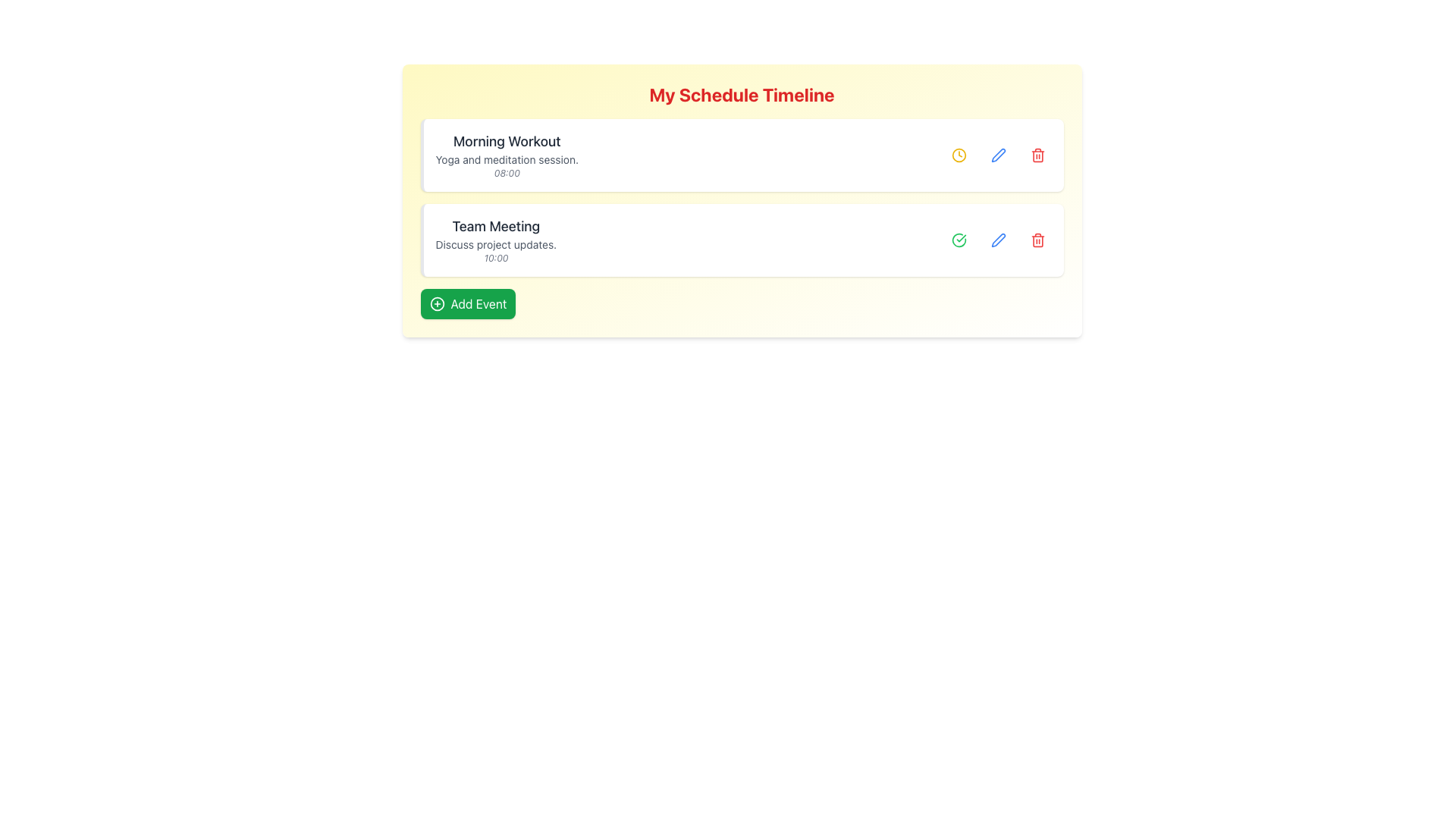 The height and width of the screenshot is (819, 1456). Describe the element at coordinates (998, 155) in the screenshot. I see `the edit button located in the first row of 'My Schedule Timeline' to modify the details of the 'Morning Workout' schedule entry` at that location.